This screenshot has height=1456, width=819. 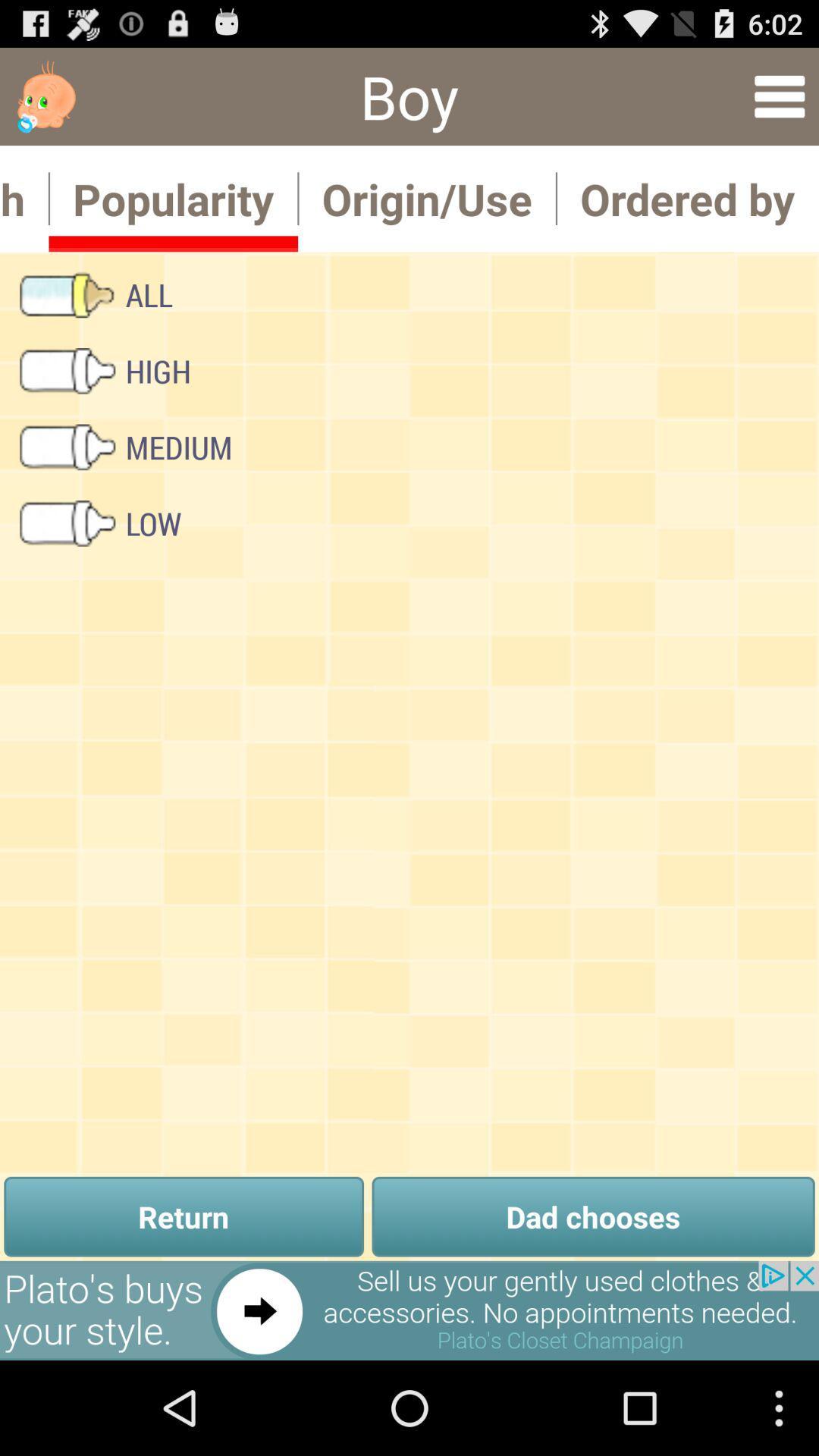 What do you see at coordinates (780, 102) in the screenshot?
I see `the menu icon` at bounding box center [780, 102].